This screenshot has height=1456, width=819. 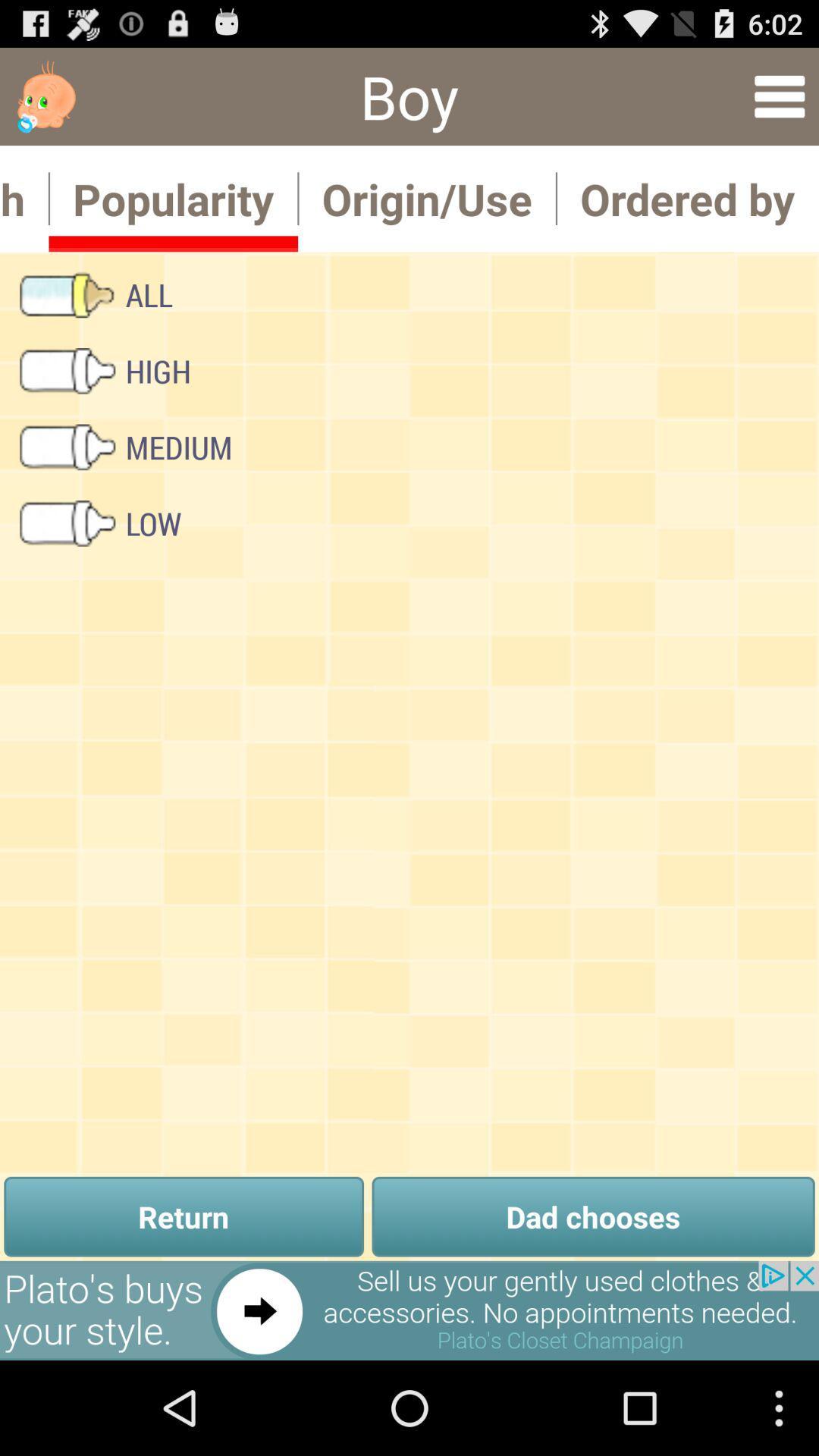 What do you see at coordinates (780, 102) in the screenshot?
I see `the menu icon` at bounding box center [780, 102].